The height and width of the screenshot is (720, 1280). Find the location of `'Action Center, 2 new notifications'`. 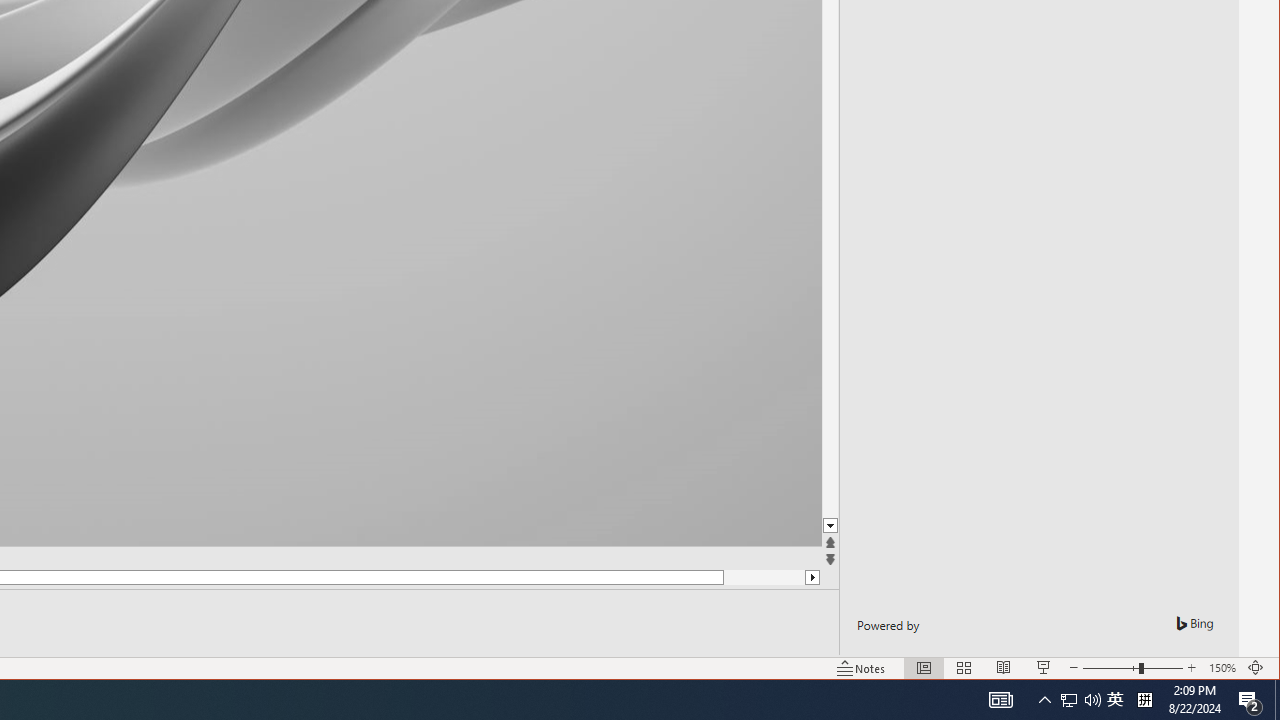

'Action Center, 2 new notifications' is located at coordinates (1250, 698).